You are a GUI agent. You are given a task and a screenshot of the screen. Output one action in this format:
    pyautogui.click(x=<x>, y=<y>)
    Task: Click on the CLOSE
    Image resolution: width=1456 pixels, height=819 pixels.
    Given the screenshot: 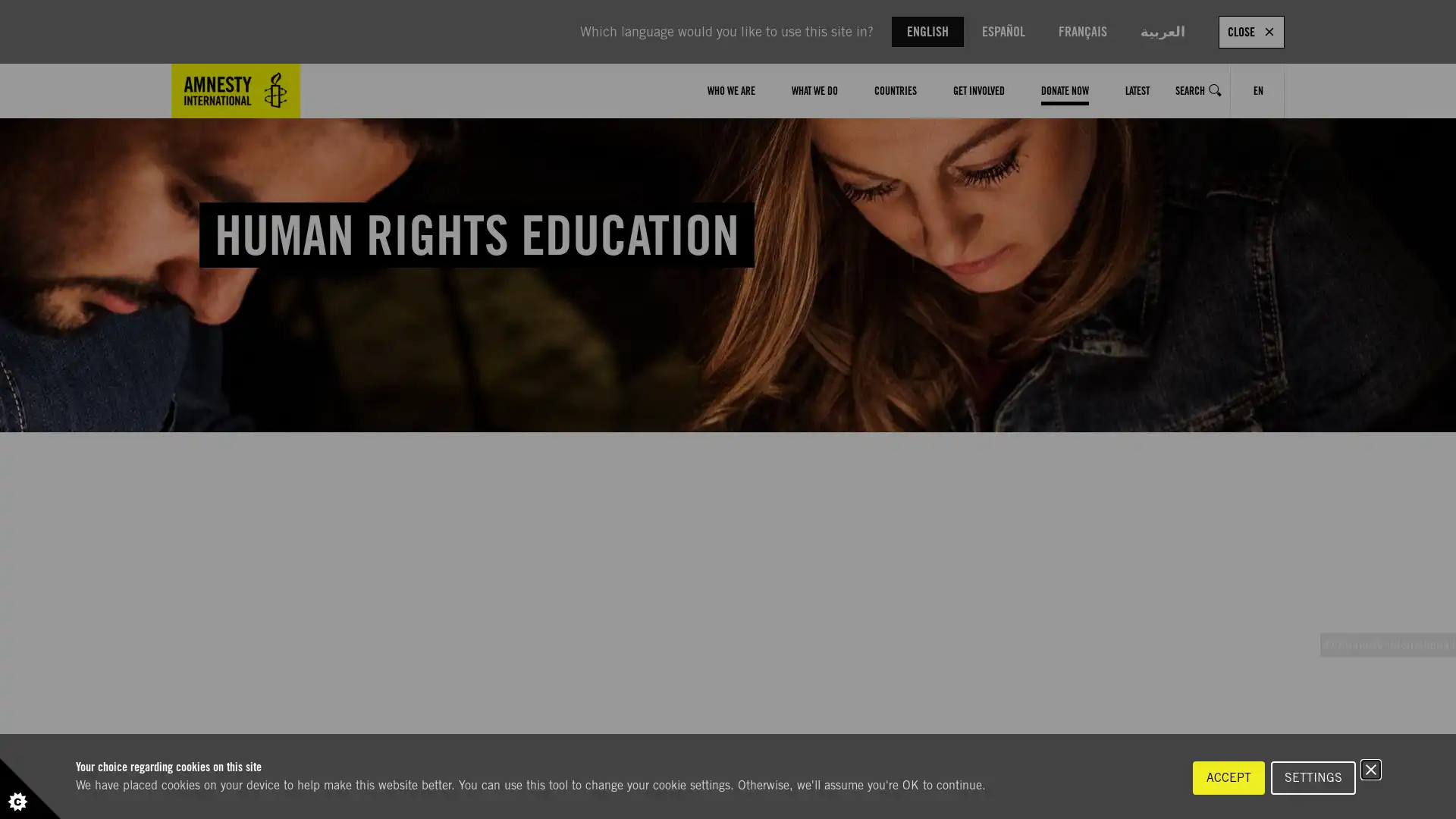 What is the action you would take?
    pyautogui.click(x=1251, y=31)
    